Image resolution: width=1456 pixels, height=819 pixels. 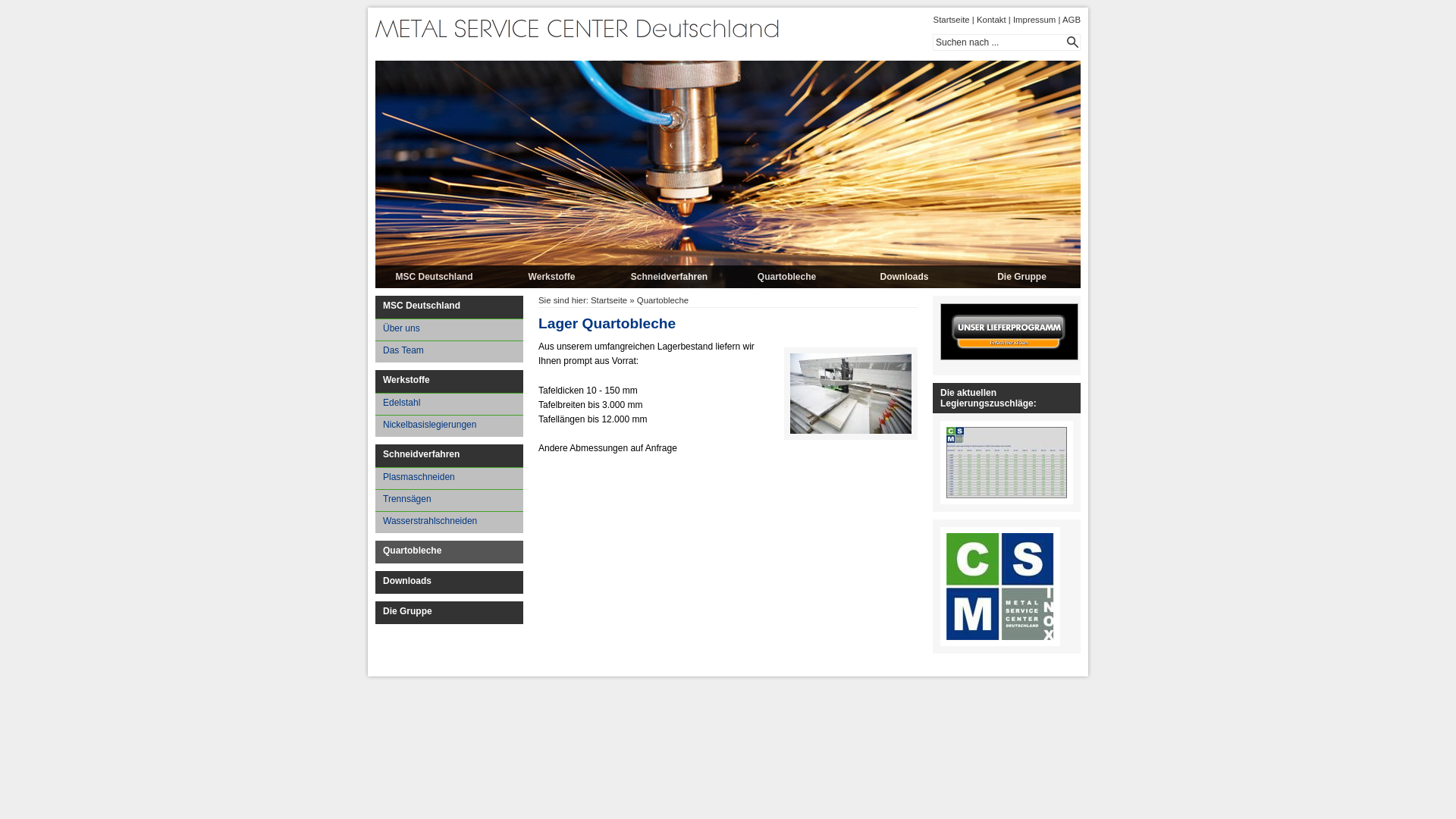 I want to click on 'Impressum', so click(x=1033, y=20).